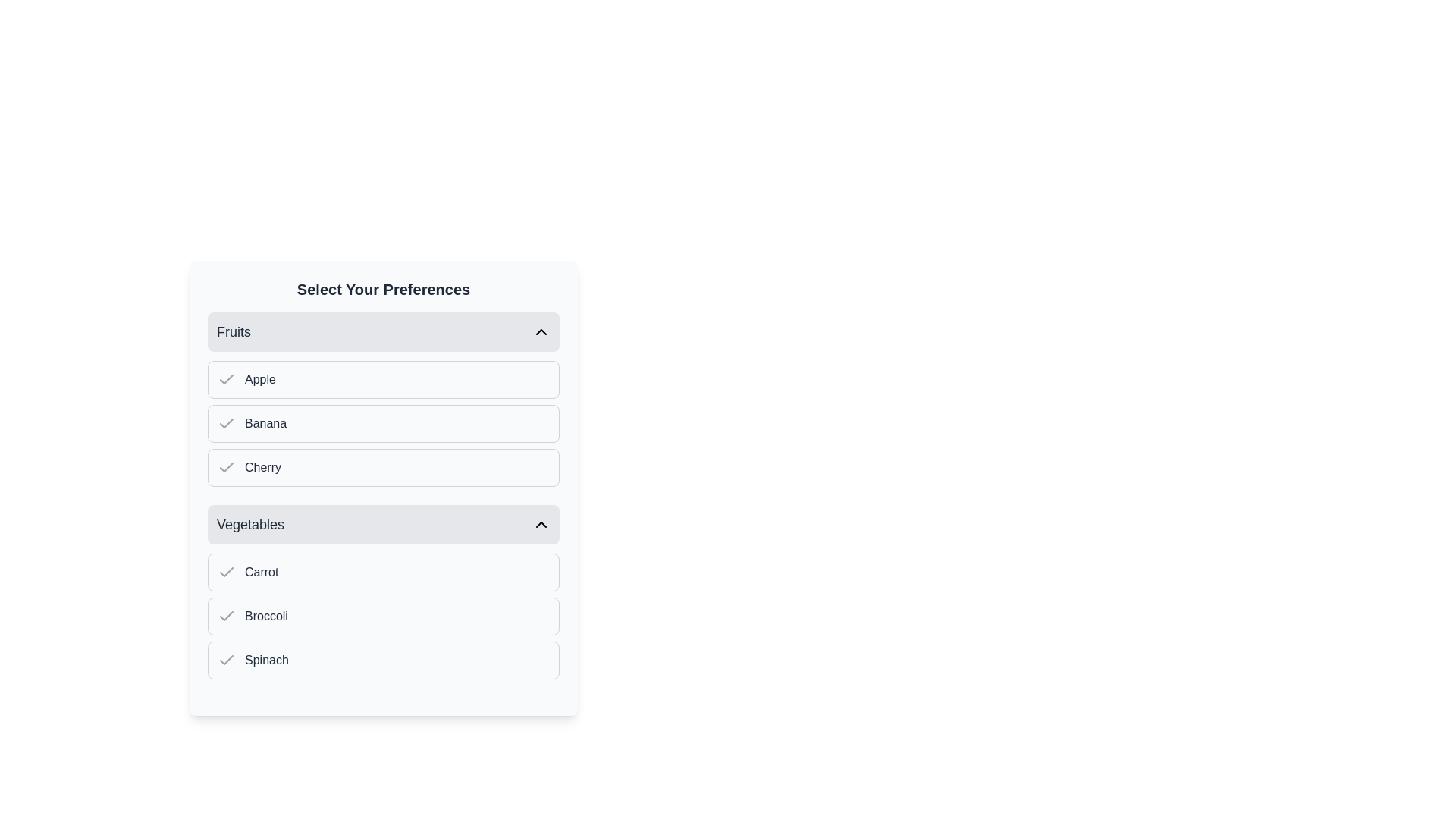 The width and height of the screenshot is (1456, 819). What do you see at coordinates (225, 571) in the screenshot?
I see `the status of the checkmark icon indicating selection or completion for the item labeled 'Cherry' in the Fruits section of the UI` at bounding box center [225, 571].